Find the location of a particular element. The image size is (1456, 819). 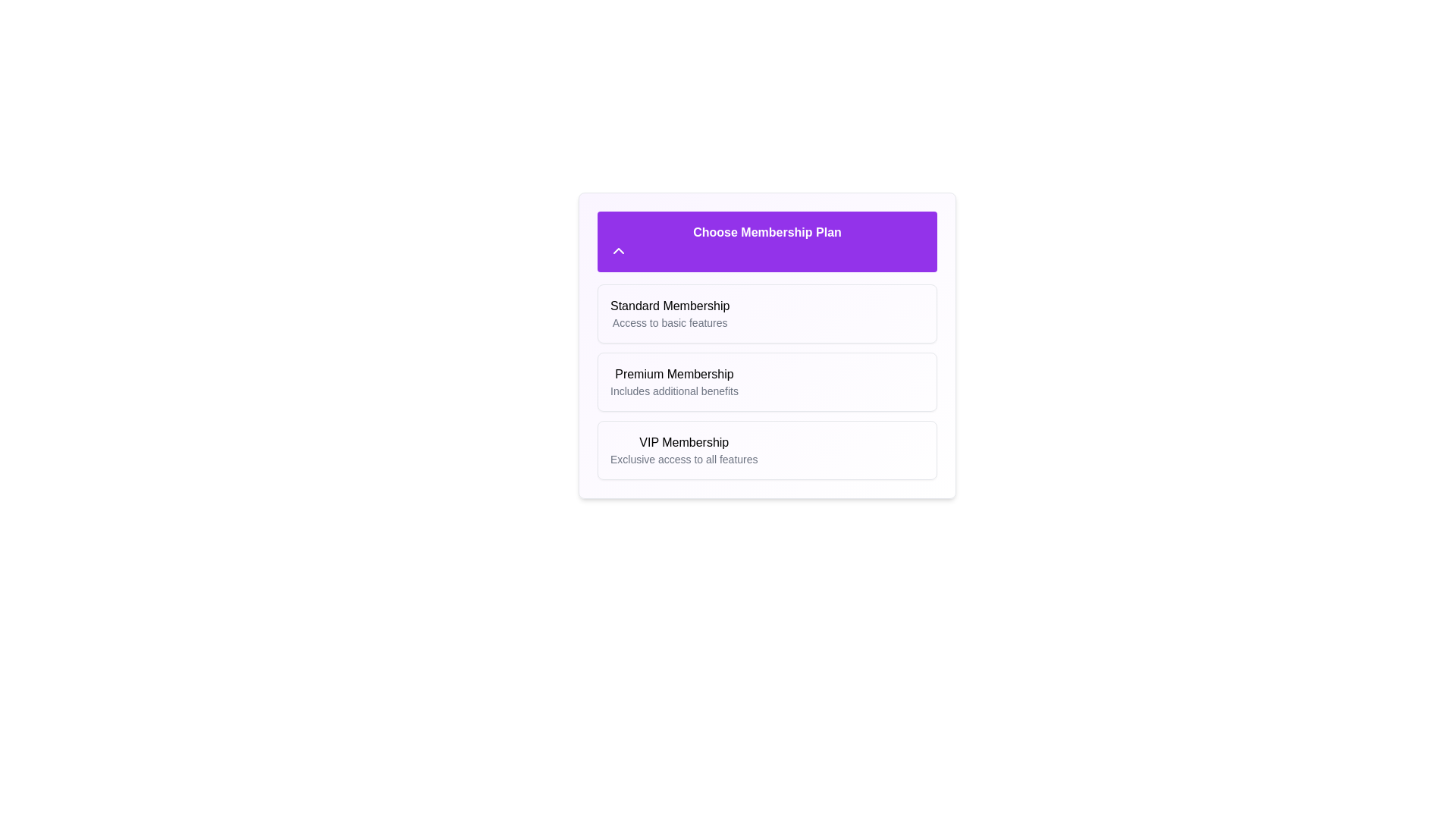

the Information Panel which displays 'Standard Membership' and 'Access to basic features' is located at coordinates (767, 312).